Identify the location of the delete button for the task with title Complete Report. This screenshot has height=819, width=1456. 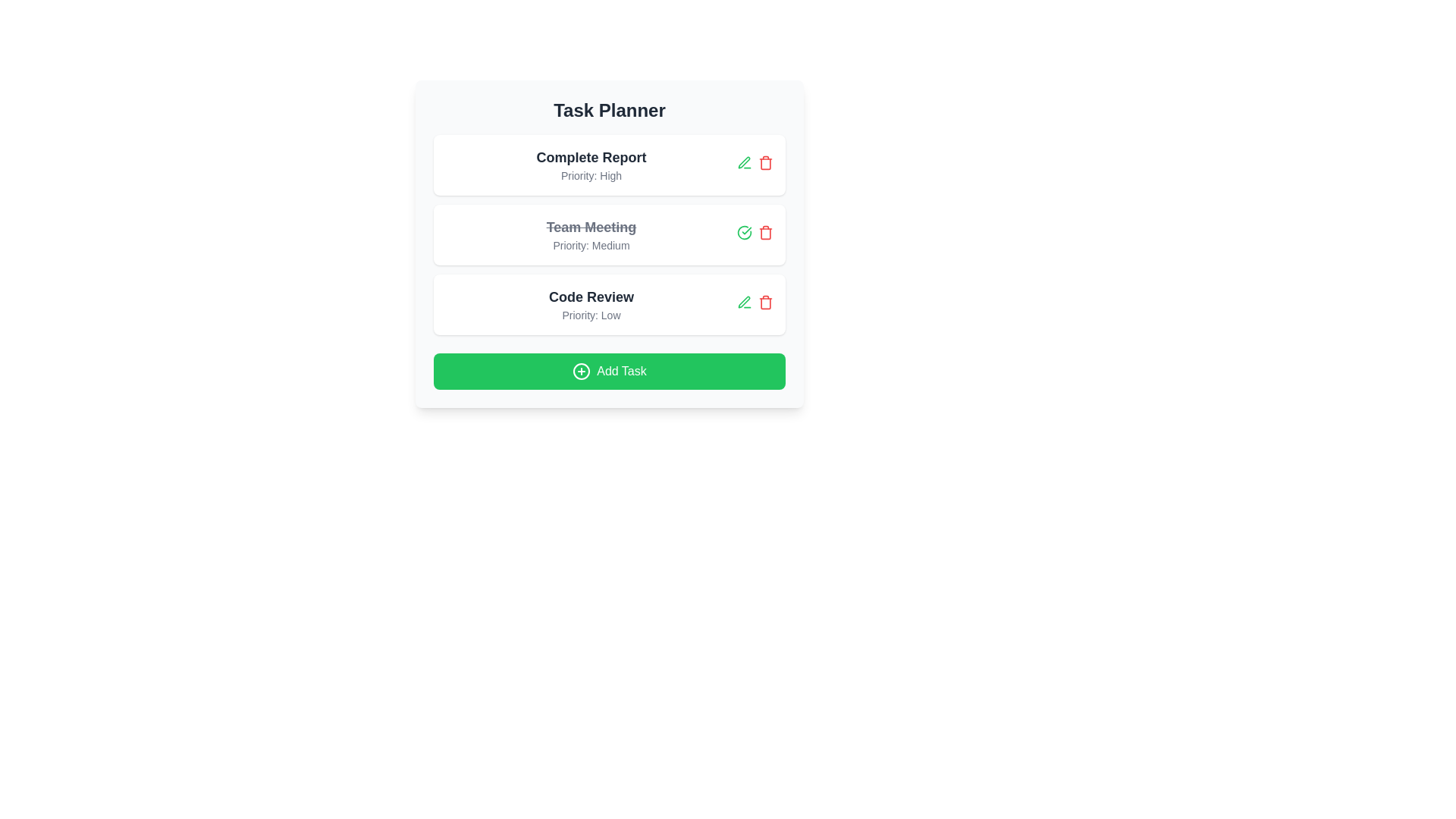
(765, 162).